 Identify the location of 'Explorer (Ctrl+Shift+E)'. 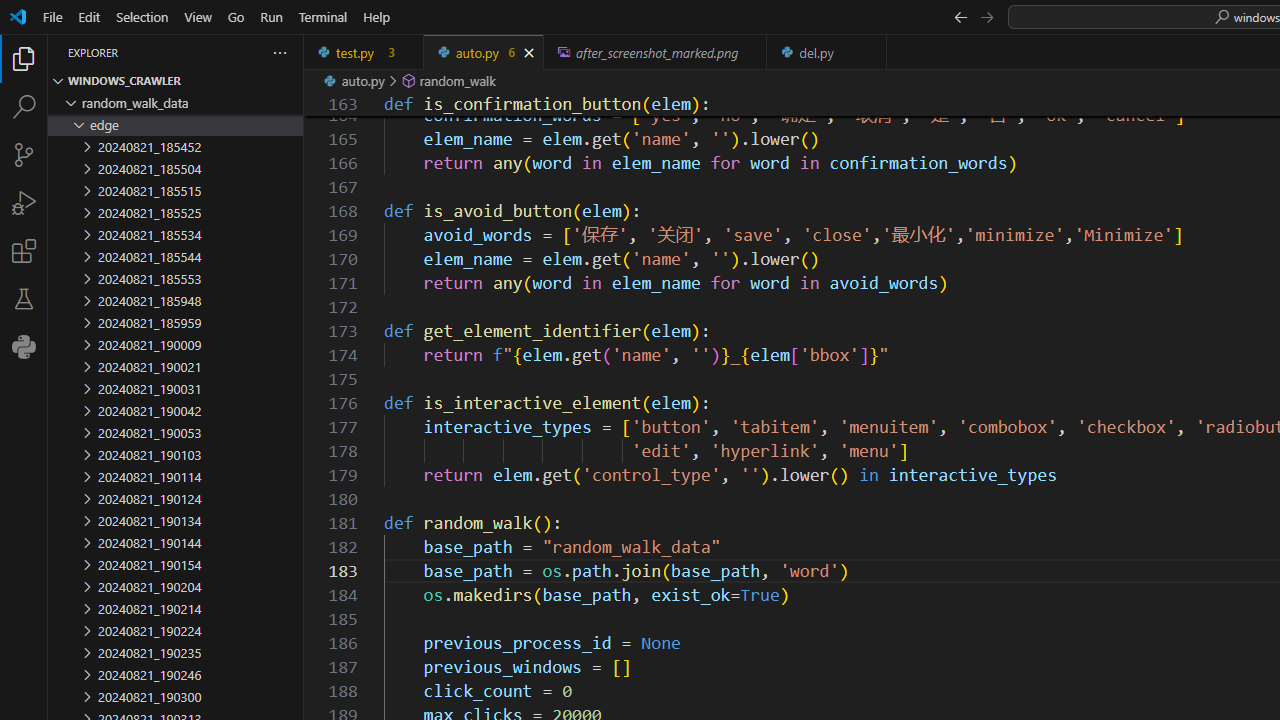
(24, 58).